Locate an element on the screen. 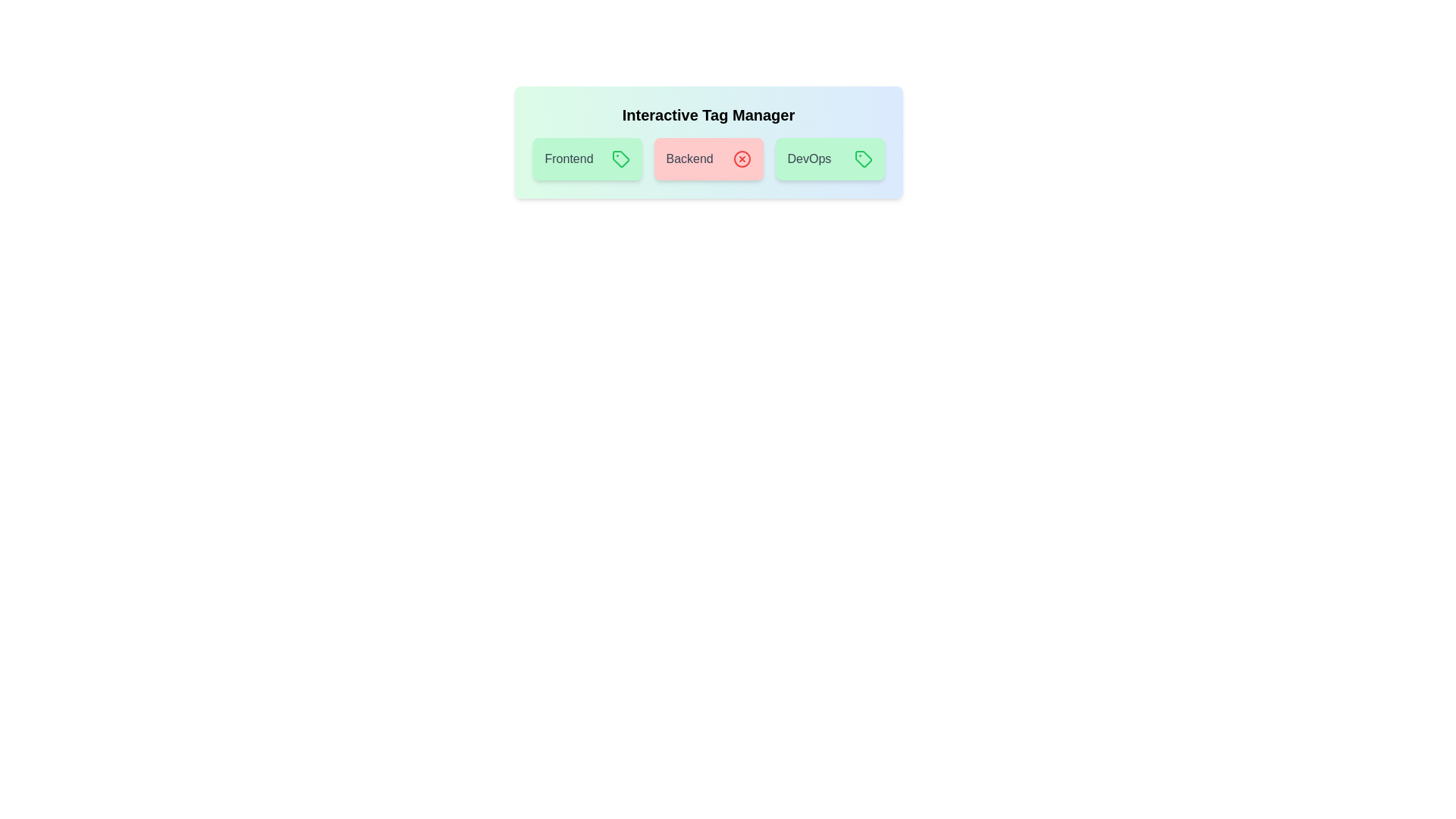 The height and width of the screenshot is (819, 1456). the 'Frontend' tag to toggle its activation state is located at coordinates (586, 158).